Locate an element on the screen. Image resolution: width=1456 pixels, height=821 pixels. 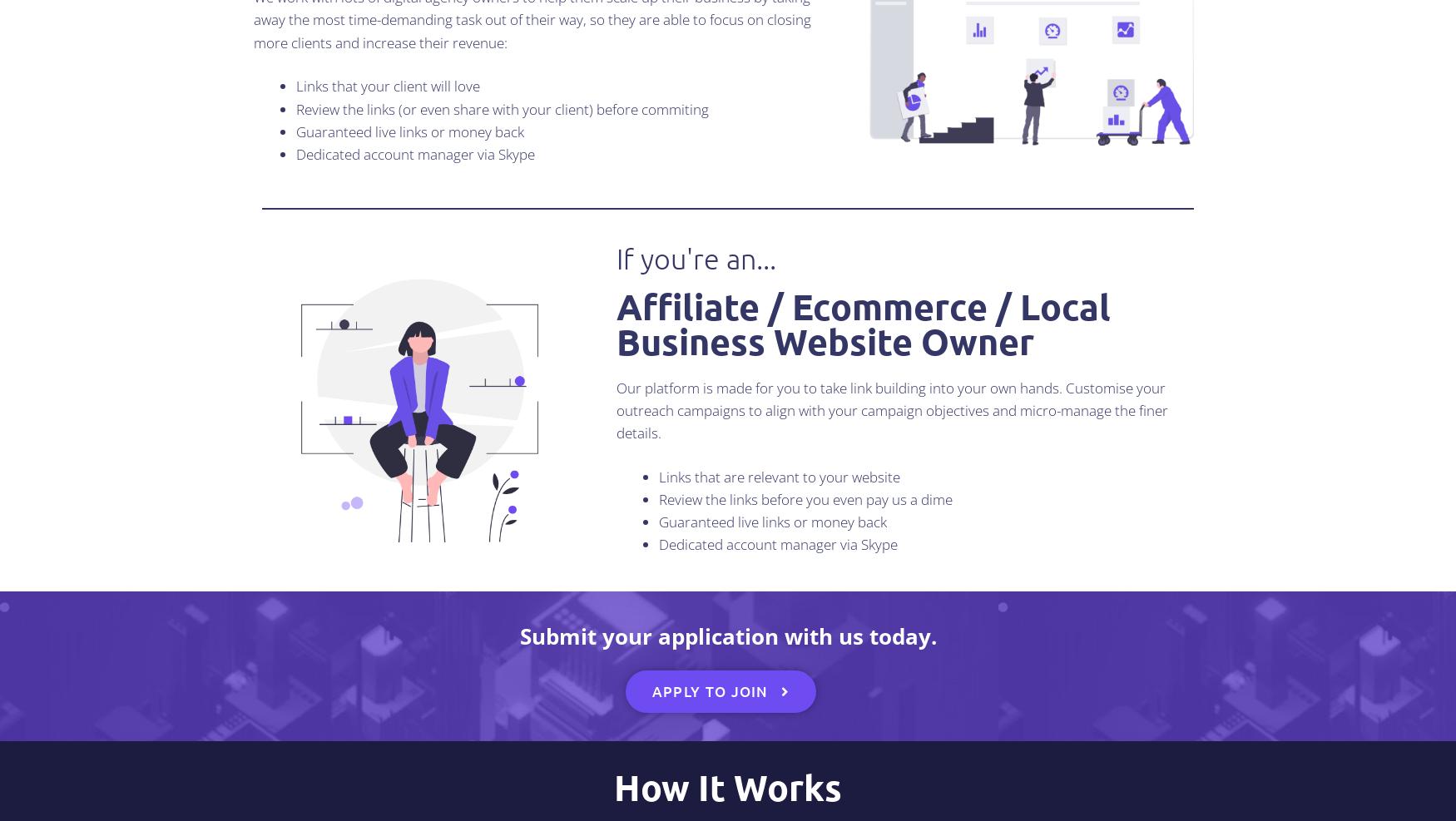
'Affiliate / Ecommerce / Local Business Website Owner' is located at coordinates (616, 323).